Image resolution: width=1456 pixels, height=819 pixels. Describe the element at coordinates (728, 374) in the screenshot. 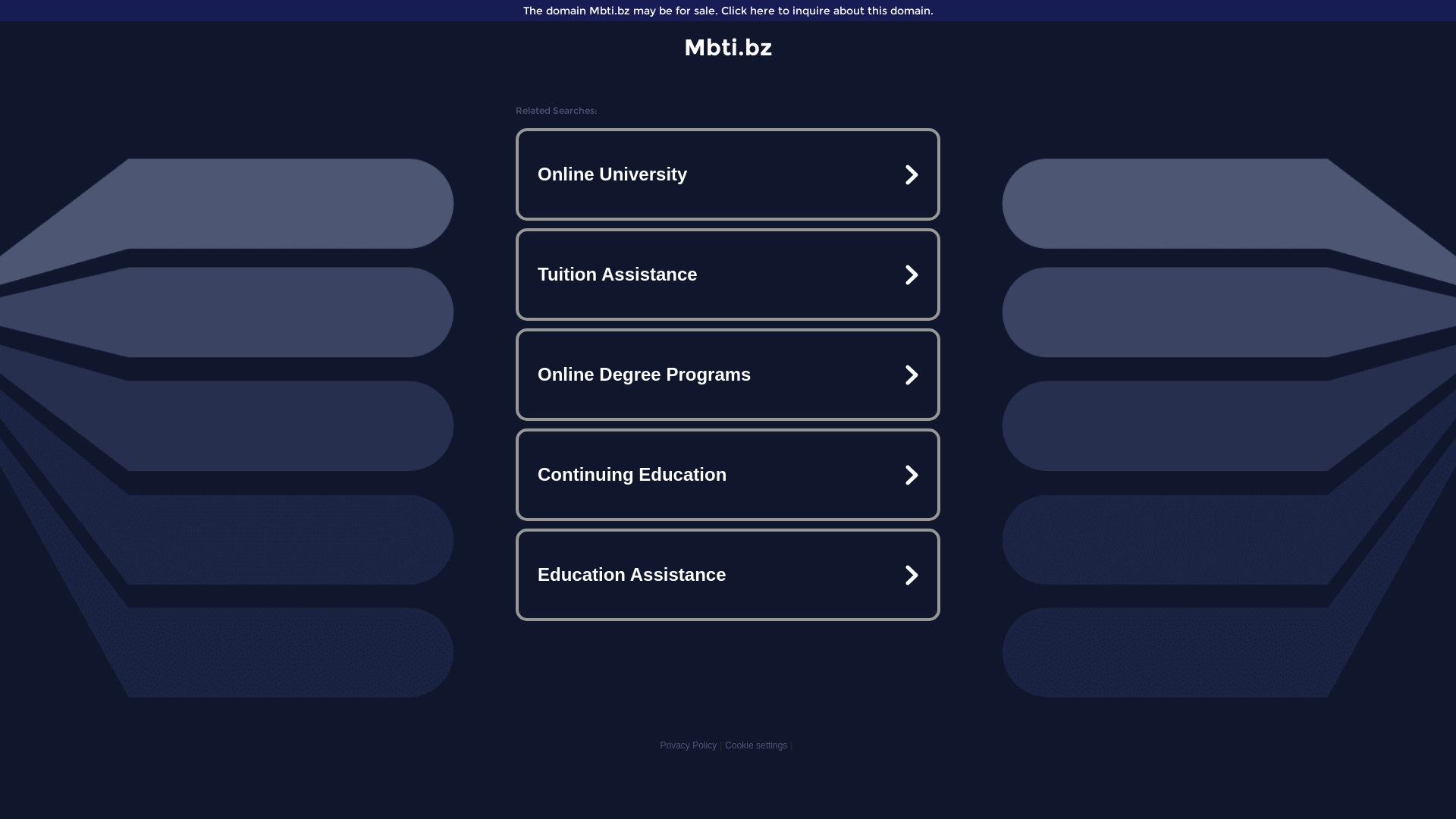

I see `'Online Degree Programs'` at that location.